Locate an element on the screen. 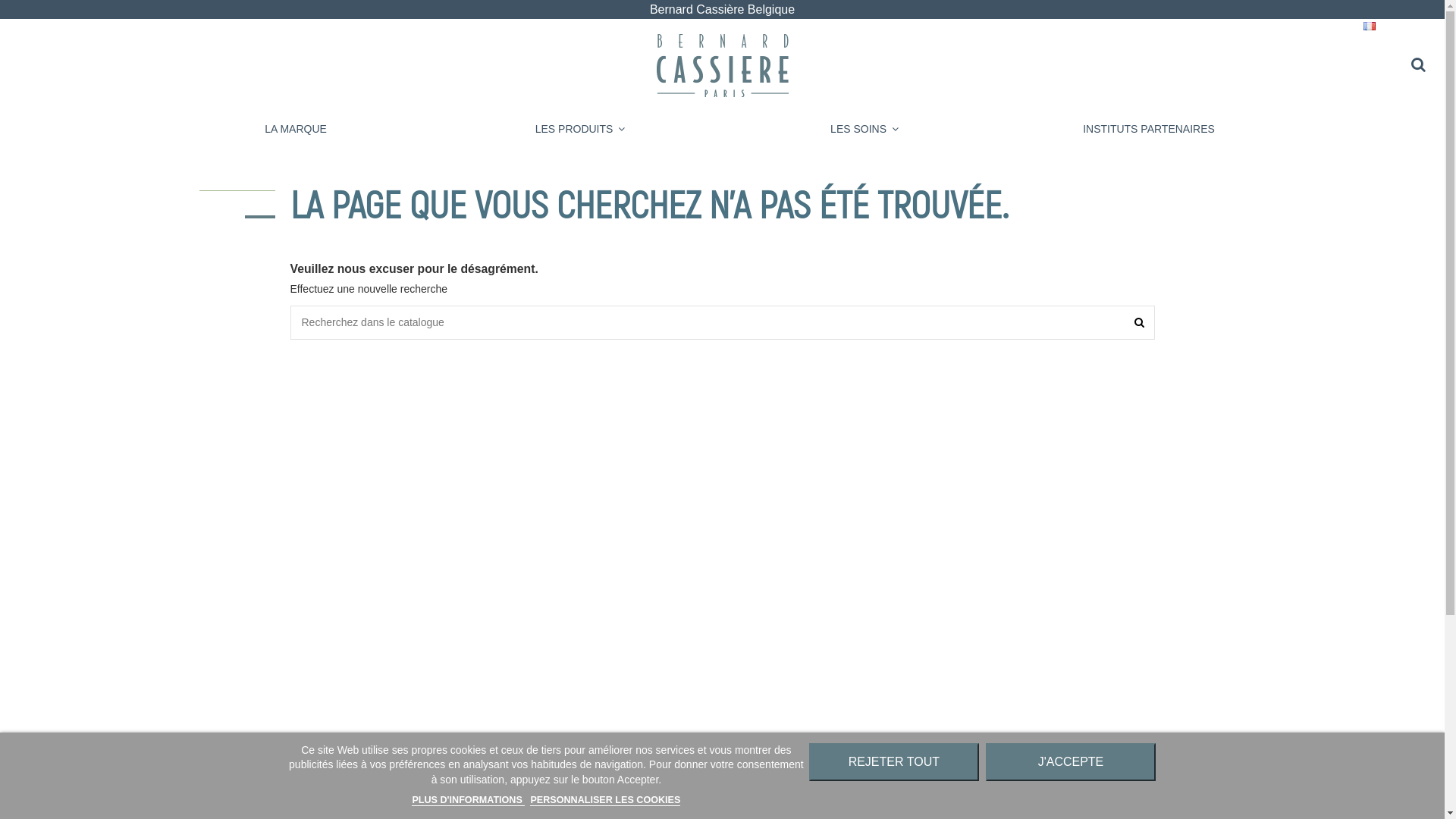 This screenshot has height=819, width=1456. 'PERSONNALISER LES COOKIES' is located at coordinates (604, 799).